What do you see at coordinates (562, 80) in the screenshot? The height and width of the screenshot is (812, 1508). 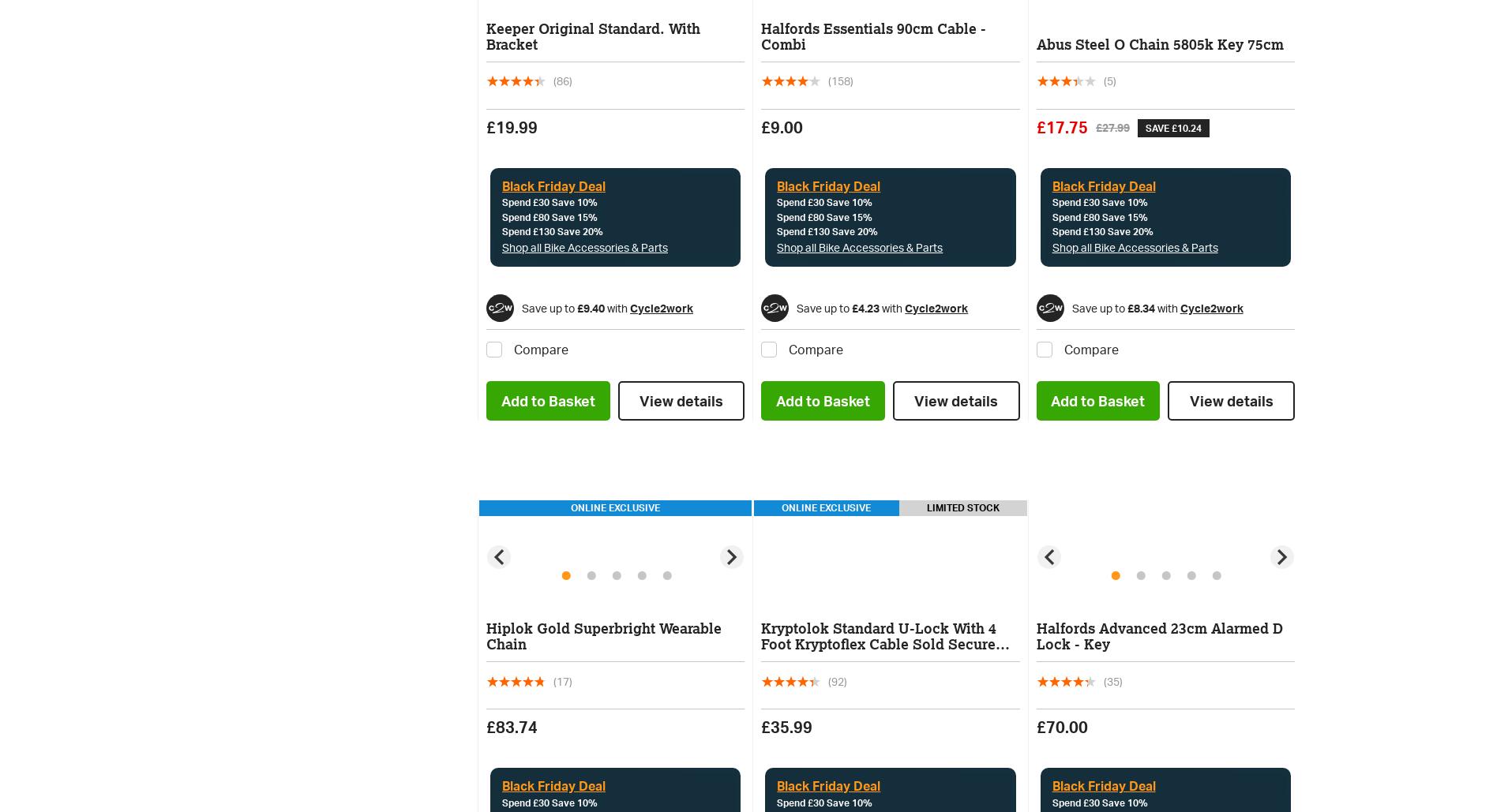 I see `'(86)'` at bounding box center [562, 80].